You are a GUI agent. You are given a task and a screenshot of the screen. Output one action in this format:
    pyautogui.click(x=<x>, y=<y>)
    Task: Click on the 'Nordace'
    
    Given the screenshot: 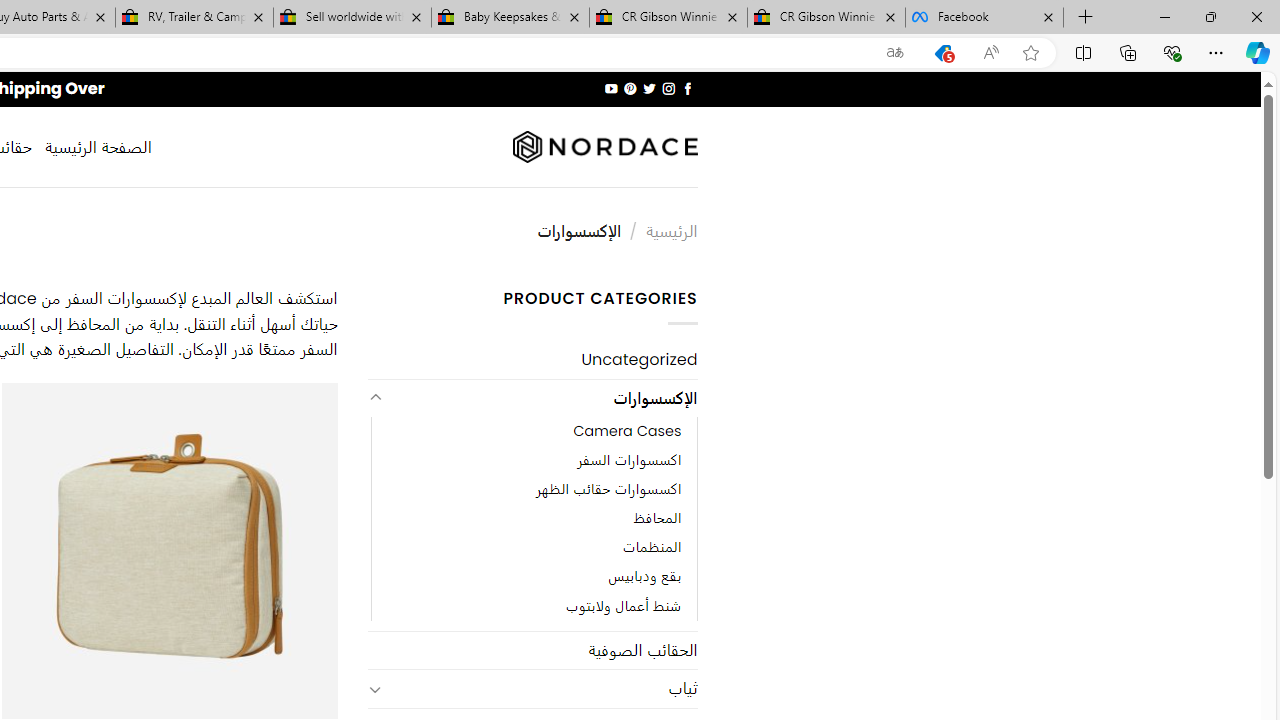 What is the action you would take?
    pyautogui.click(x=603, y=146)
    